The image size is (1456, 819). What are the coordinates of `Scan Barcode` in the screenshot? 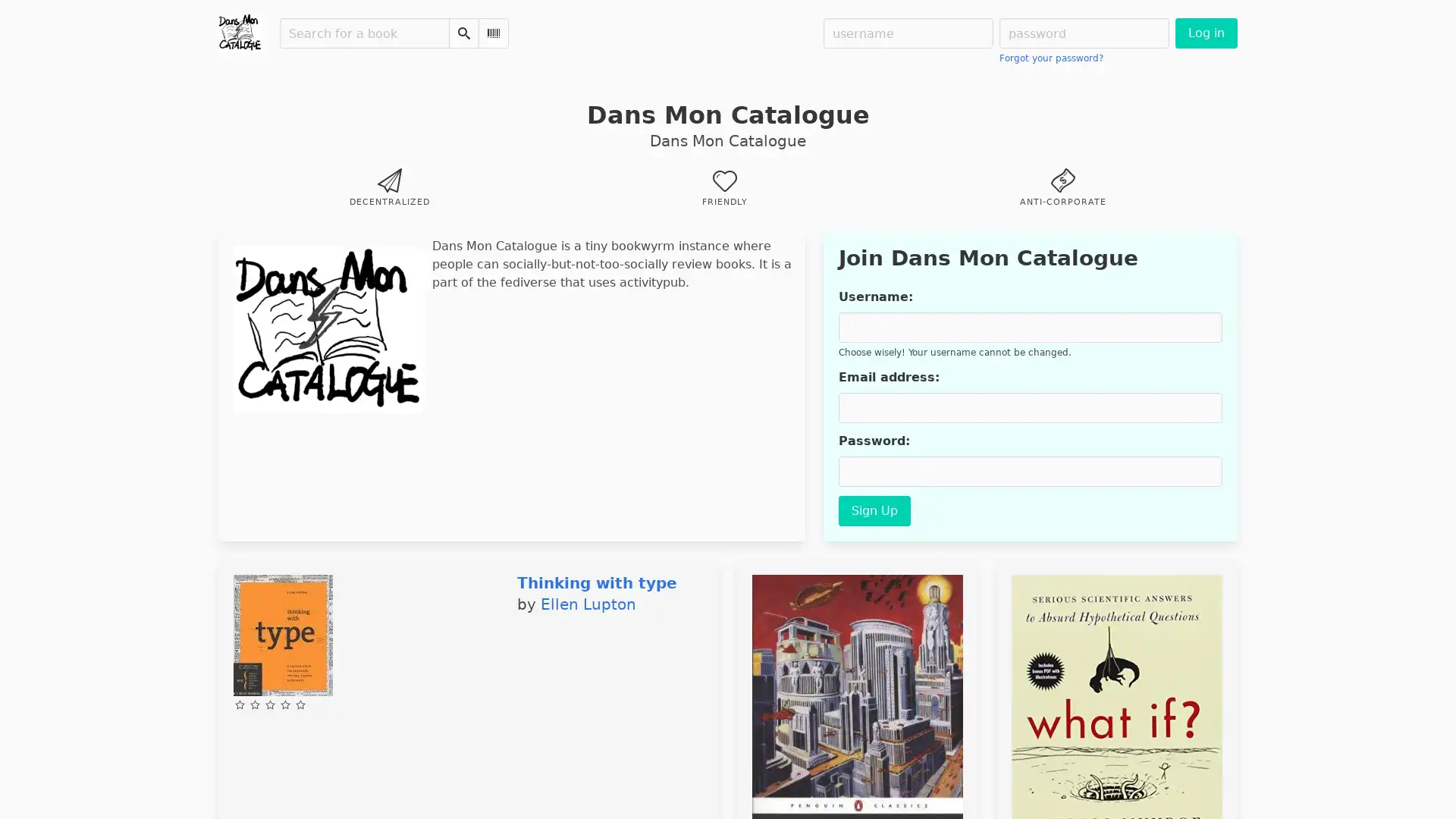 It's located at (494, 33).